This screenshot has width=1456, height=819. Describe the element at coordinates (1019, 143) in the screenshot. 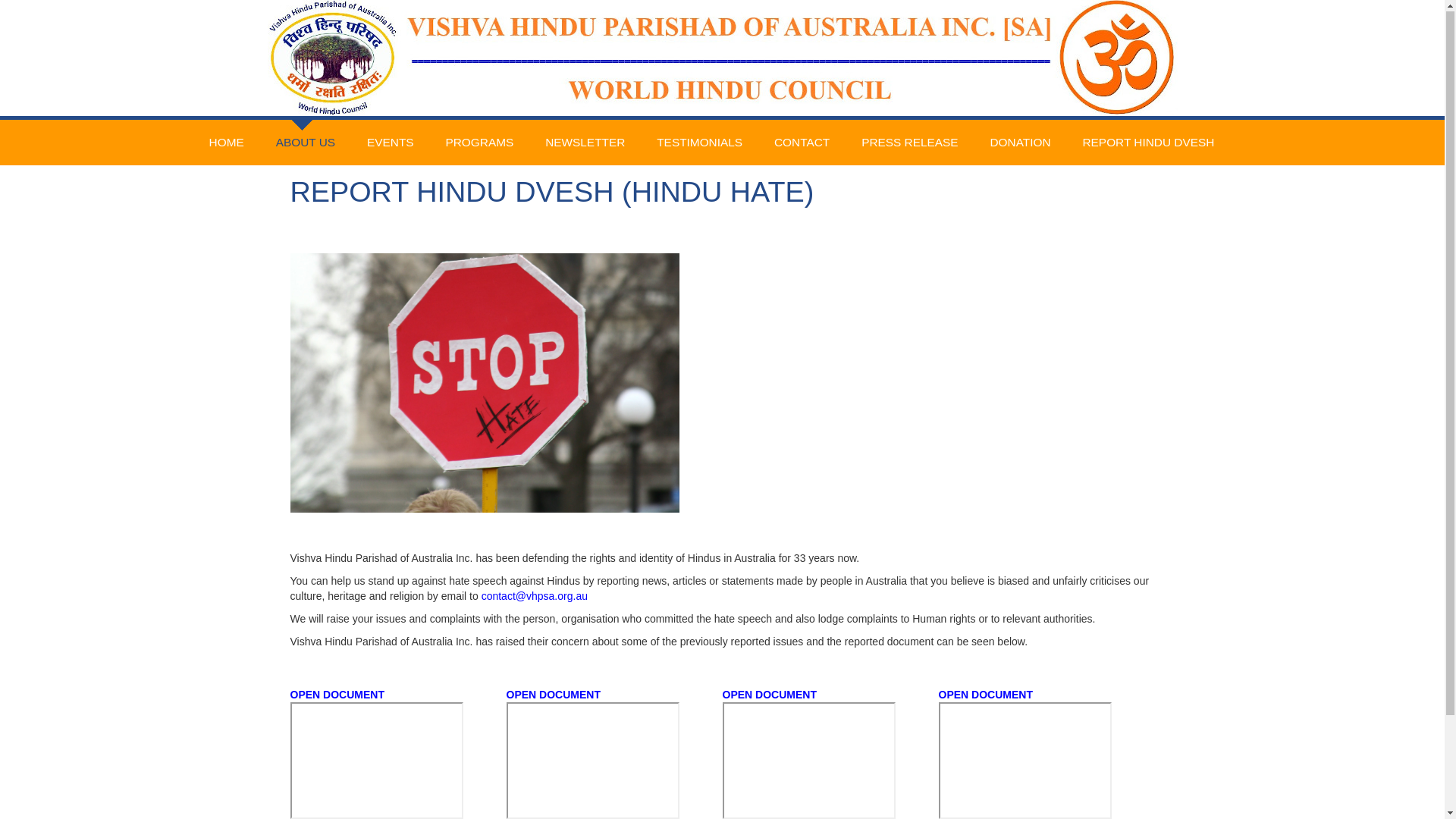

I see `'DONATION'` at that location.